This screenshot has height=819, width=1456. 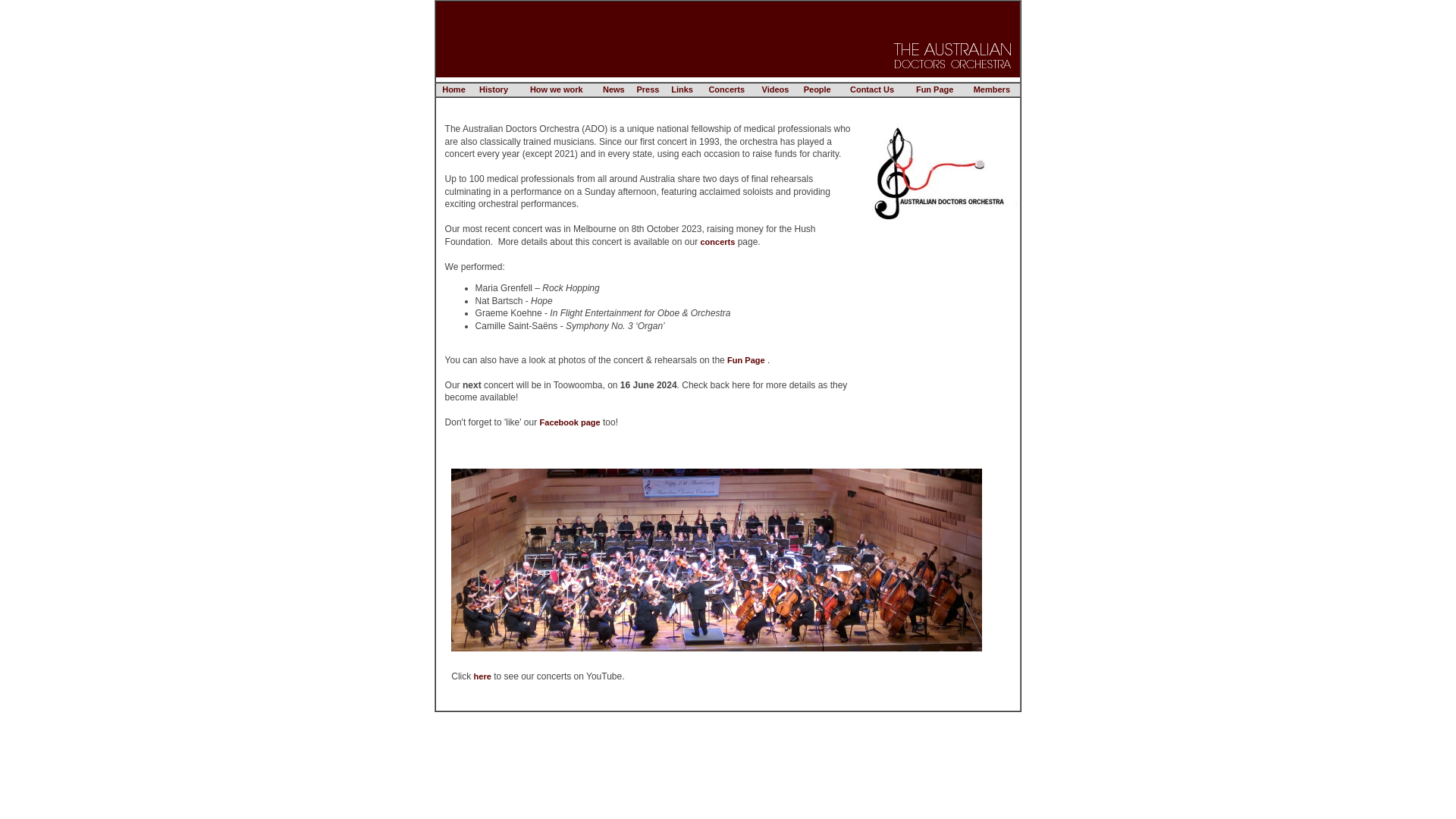 What do you see at coordinates (570, 422) in the screenshot?
I see `'Facebook page'` at bounding box center [570, 422].